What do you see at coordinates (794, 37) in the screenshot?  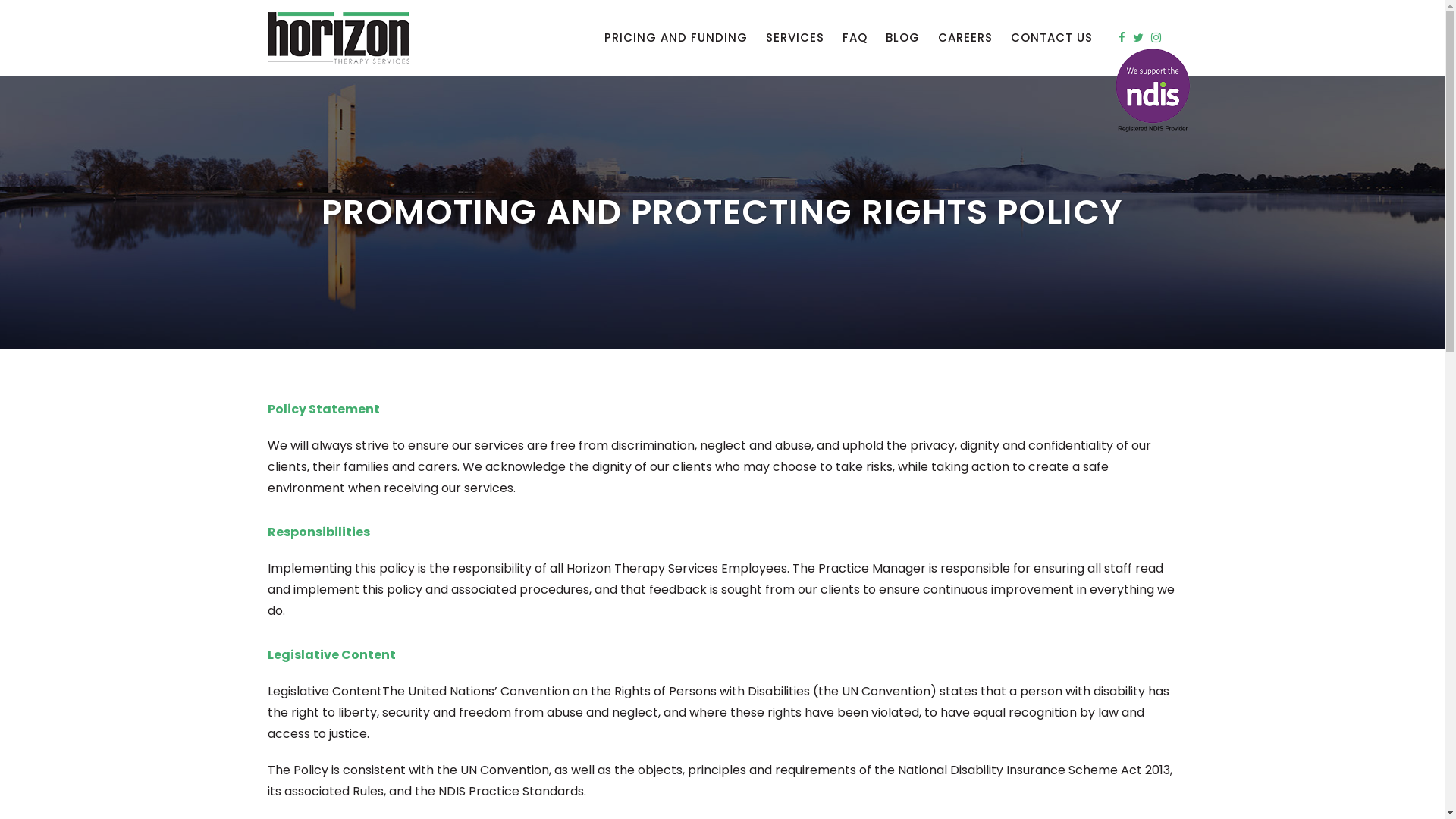 I see `'SERVICES'` at bounding box center [794, 37].